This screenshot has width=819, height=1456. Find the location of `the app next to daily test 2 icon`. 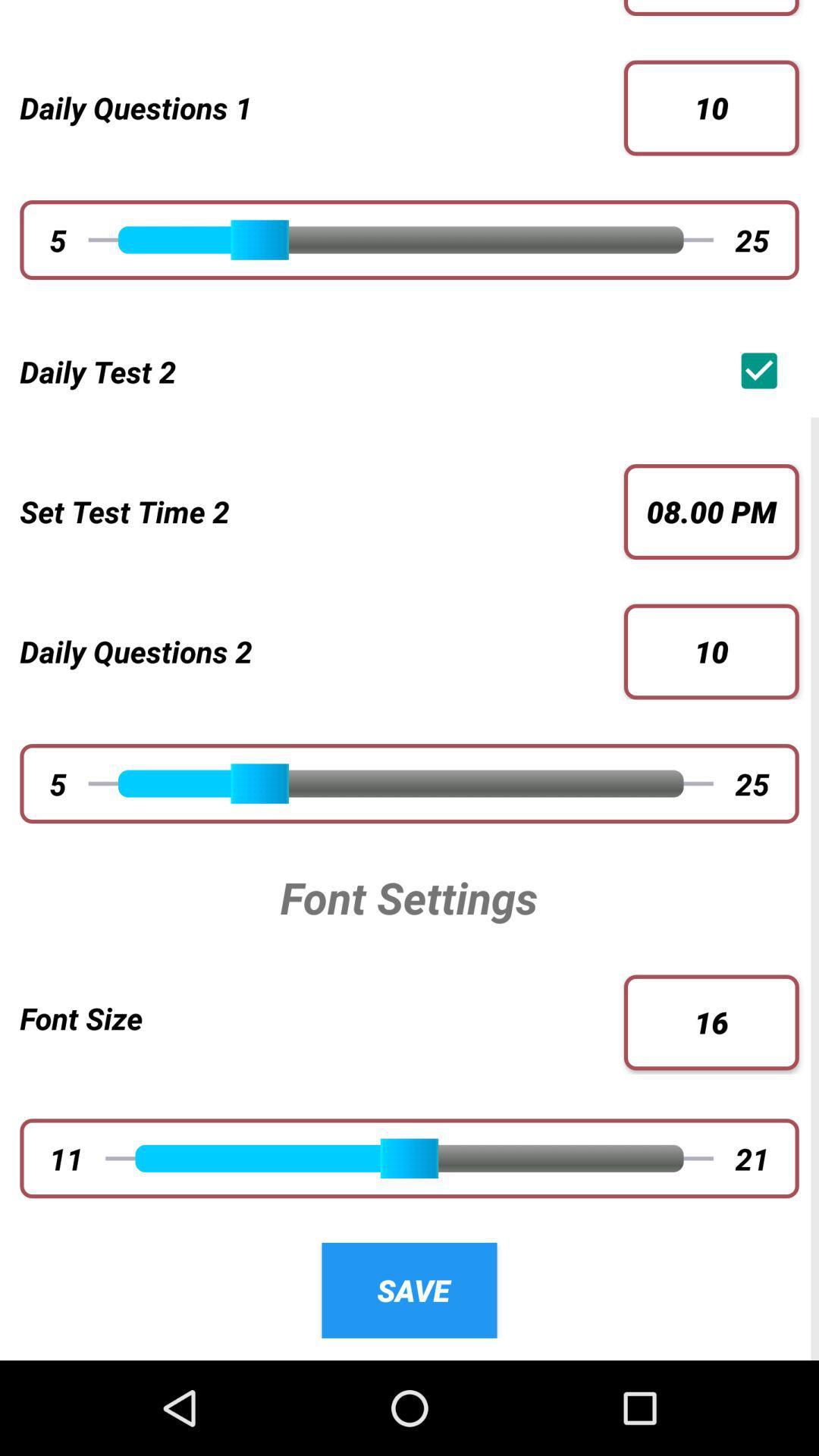

the app next to daily test 2 icon is located at coordinates (763, 371).